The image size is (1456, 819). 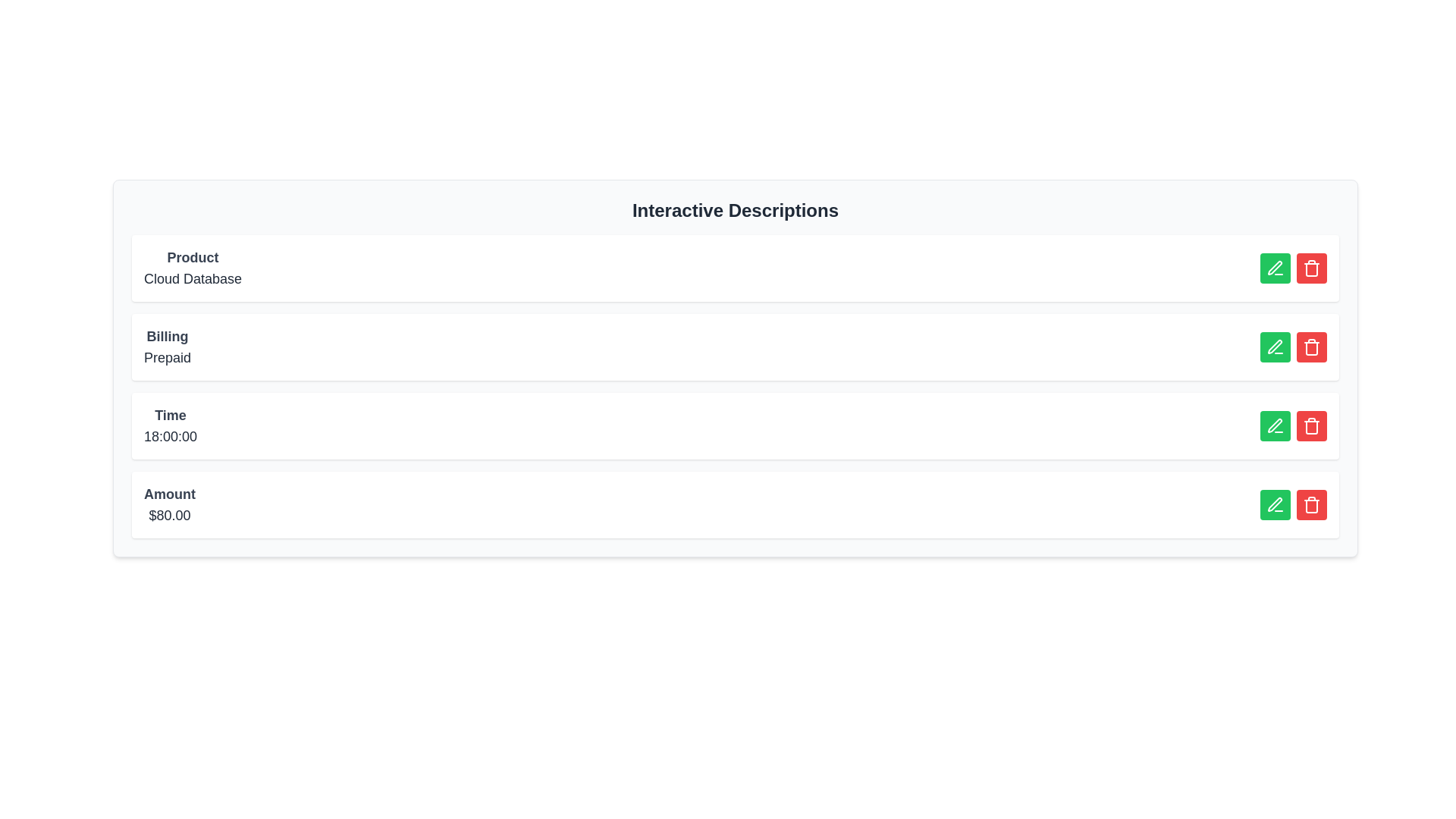 I want to click on the label that identifies the product type as 'Cloud Database', located directly under the 'Product' label in the upper left part of the interface, so click(x=192, y=278).